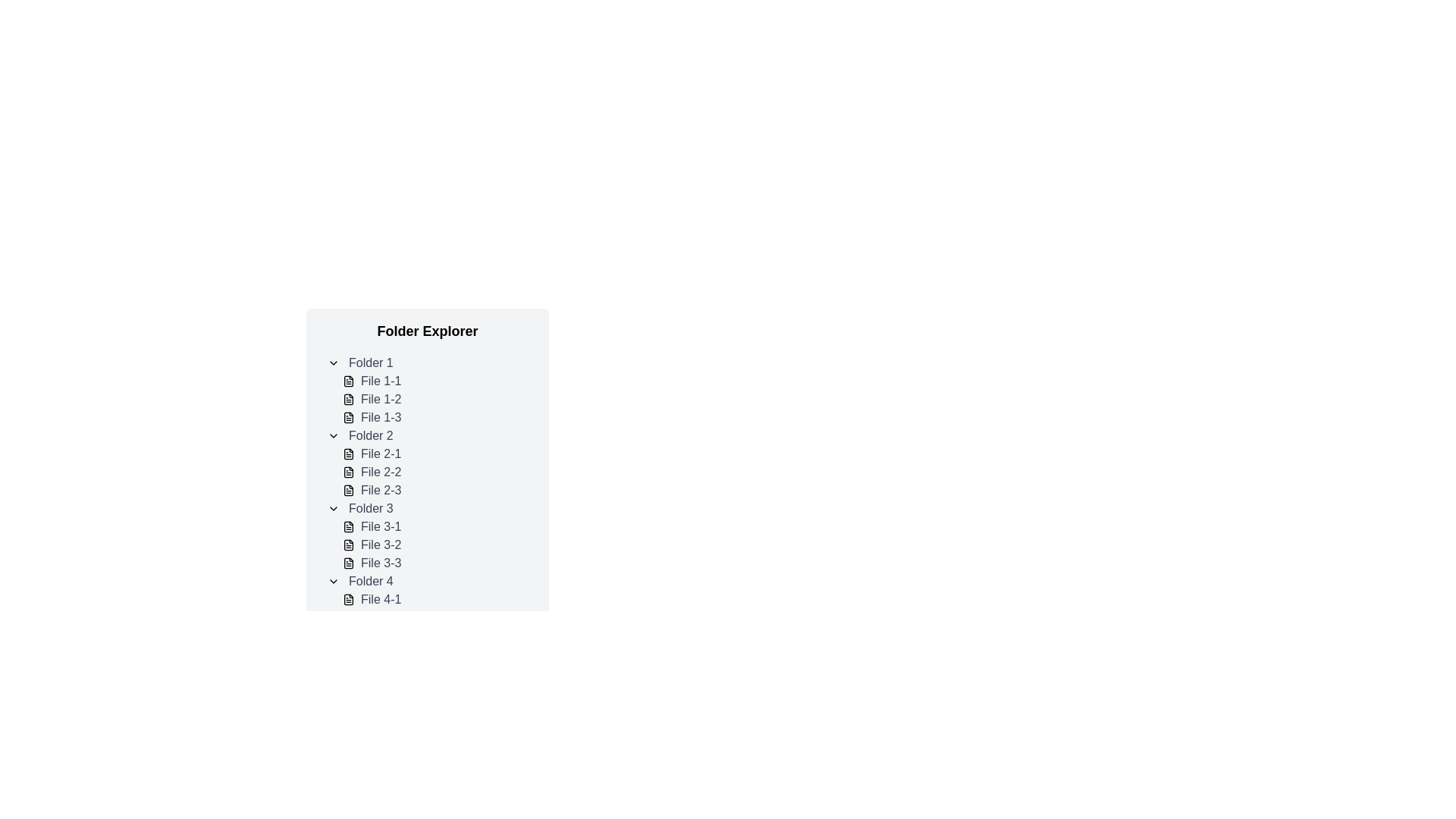 Image resolution: width=1456 pixels, height=819 pixels. Describe the element at coordinates (348, 563) in the screenshot. I see `the decorative icon representing 'File 3-3', located to the immediate left of the label in the third folder group` at that location.